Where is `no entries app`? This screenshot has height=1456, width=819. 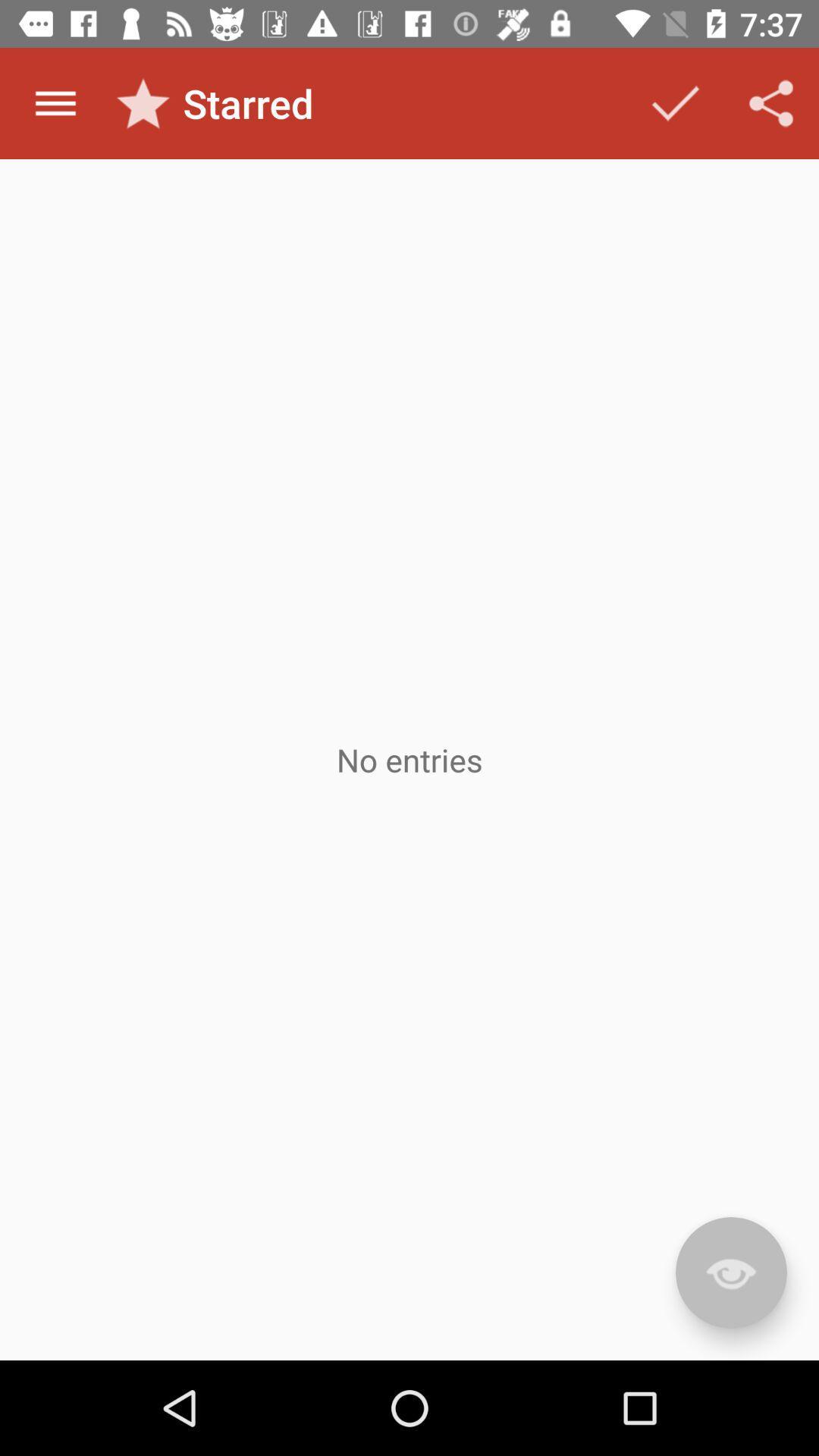 no entries app is located at coordinates (409, 760).